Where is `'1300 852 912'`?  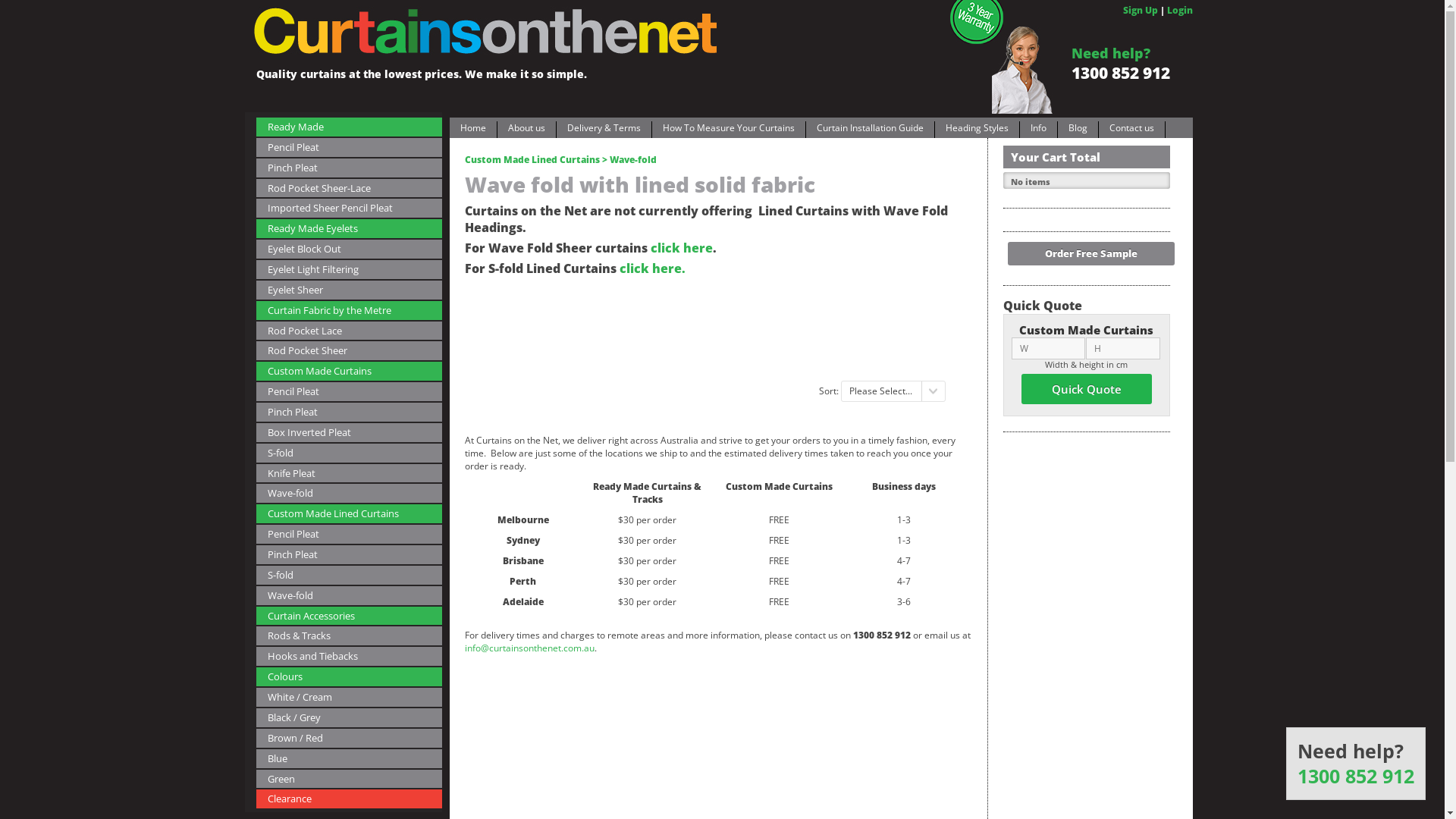
'1300 852 912' is located at coordinates (1069, 73).